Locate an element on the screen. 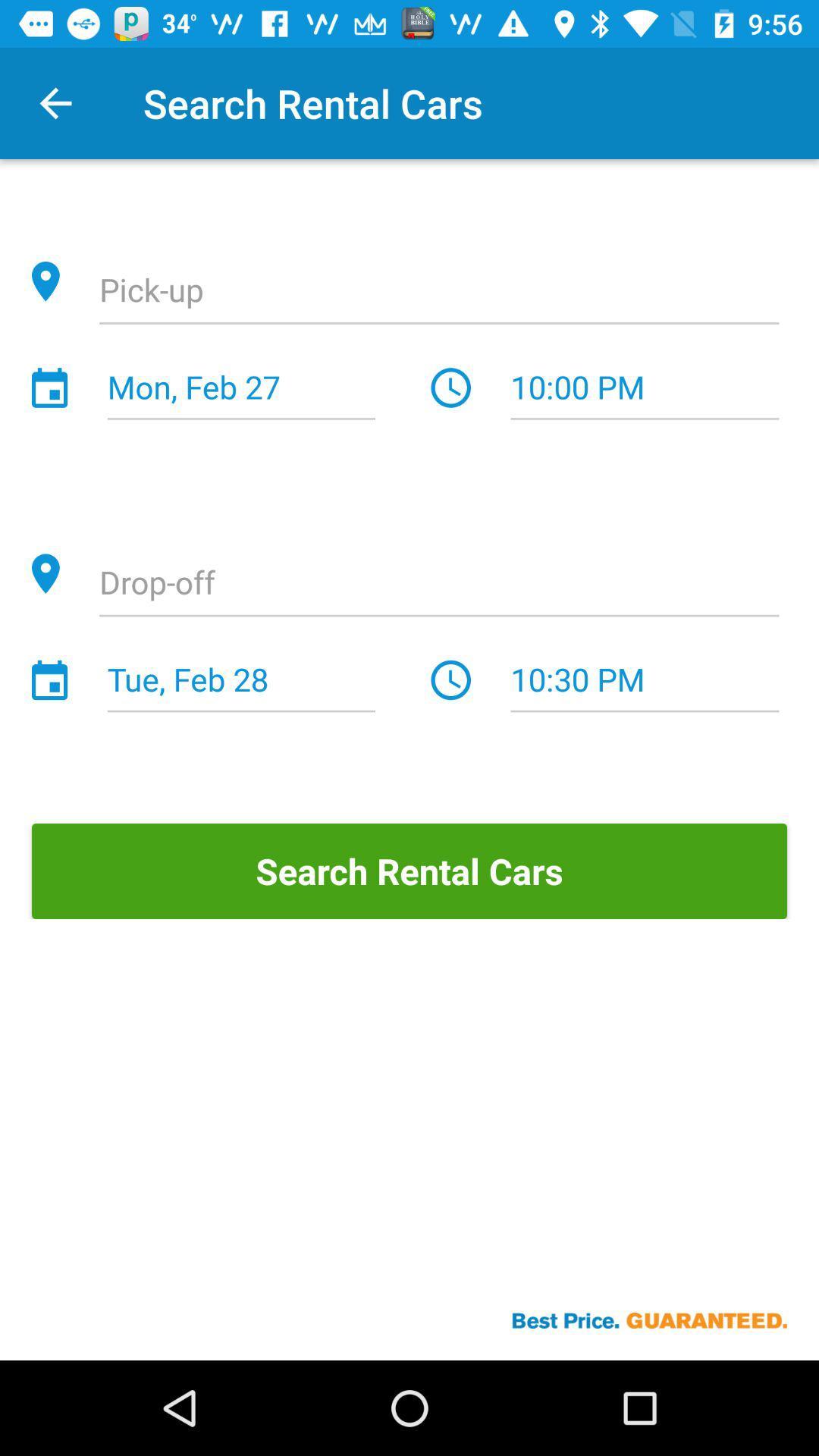  the item next to the search rental cars icon is located at coordinates (55, 102).